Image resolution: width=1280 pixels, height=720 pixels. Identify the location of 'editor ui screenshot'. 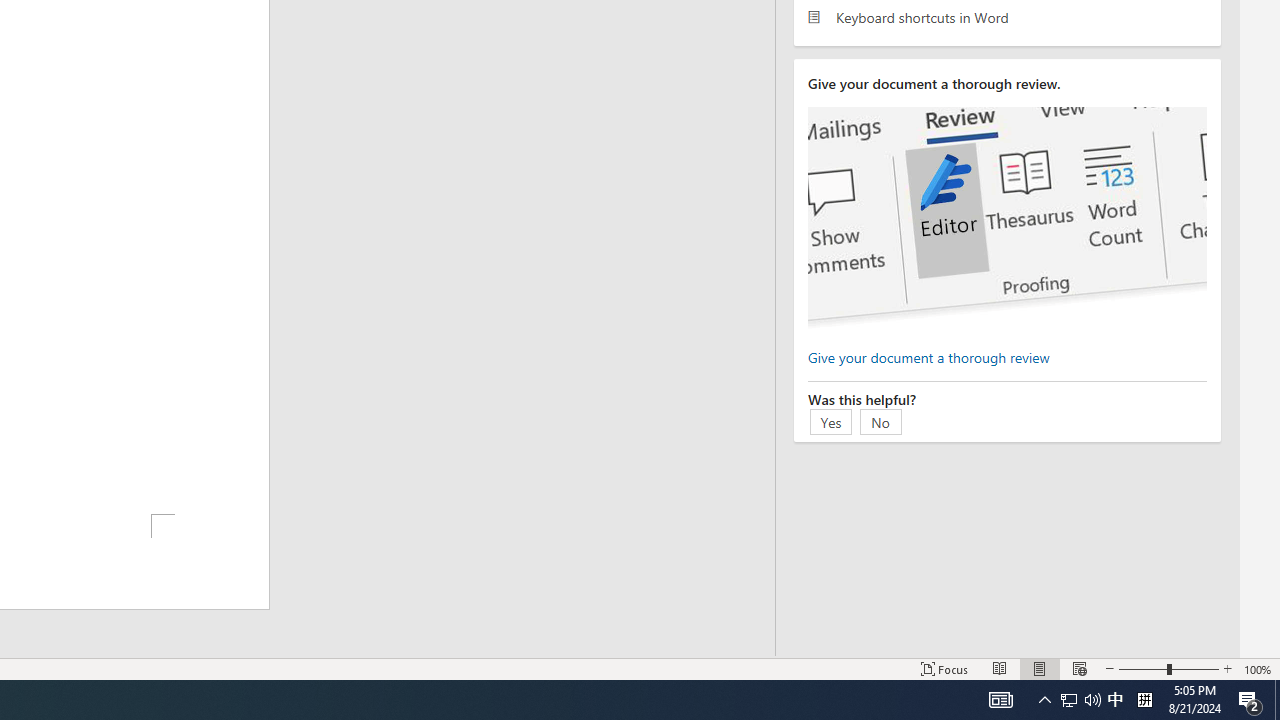
(1007, 218).